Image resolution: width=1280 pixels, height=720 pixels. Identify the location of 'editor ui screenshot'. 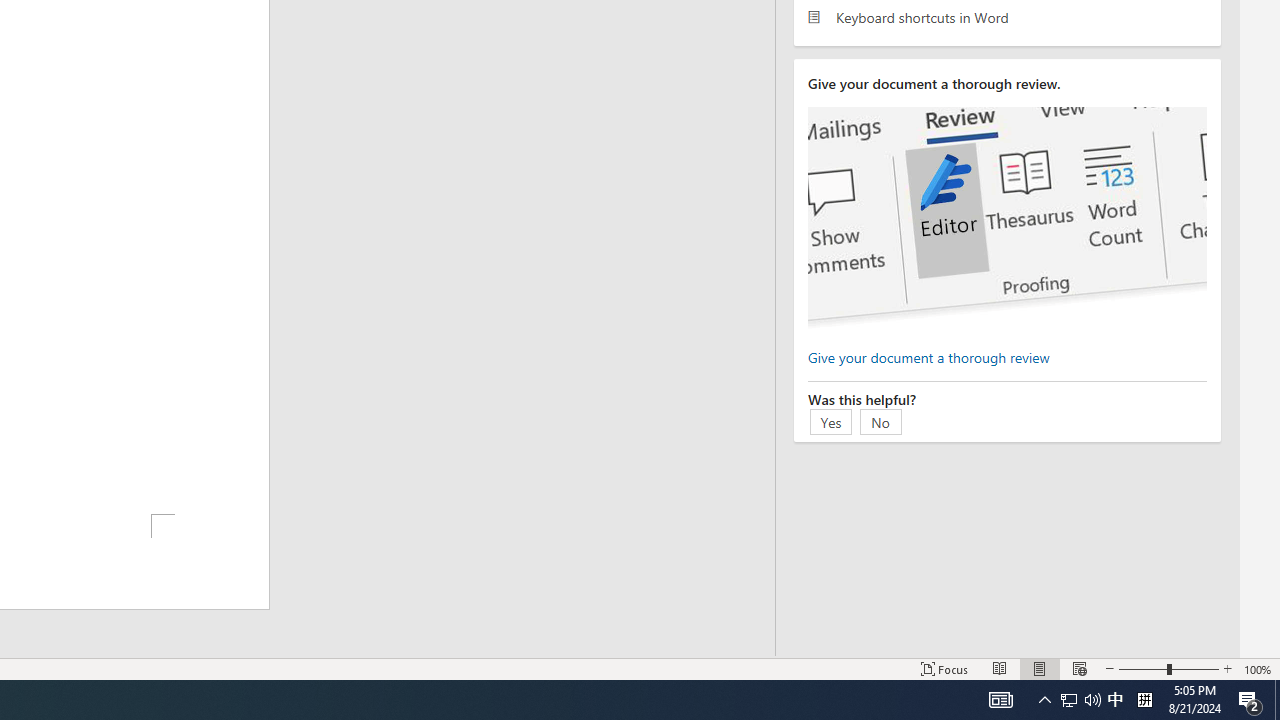
(1007, 218).